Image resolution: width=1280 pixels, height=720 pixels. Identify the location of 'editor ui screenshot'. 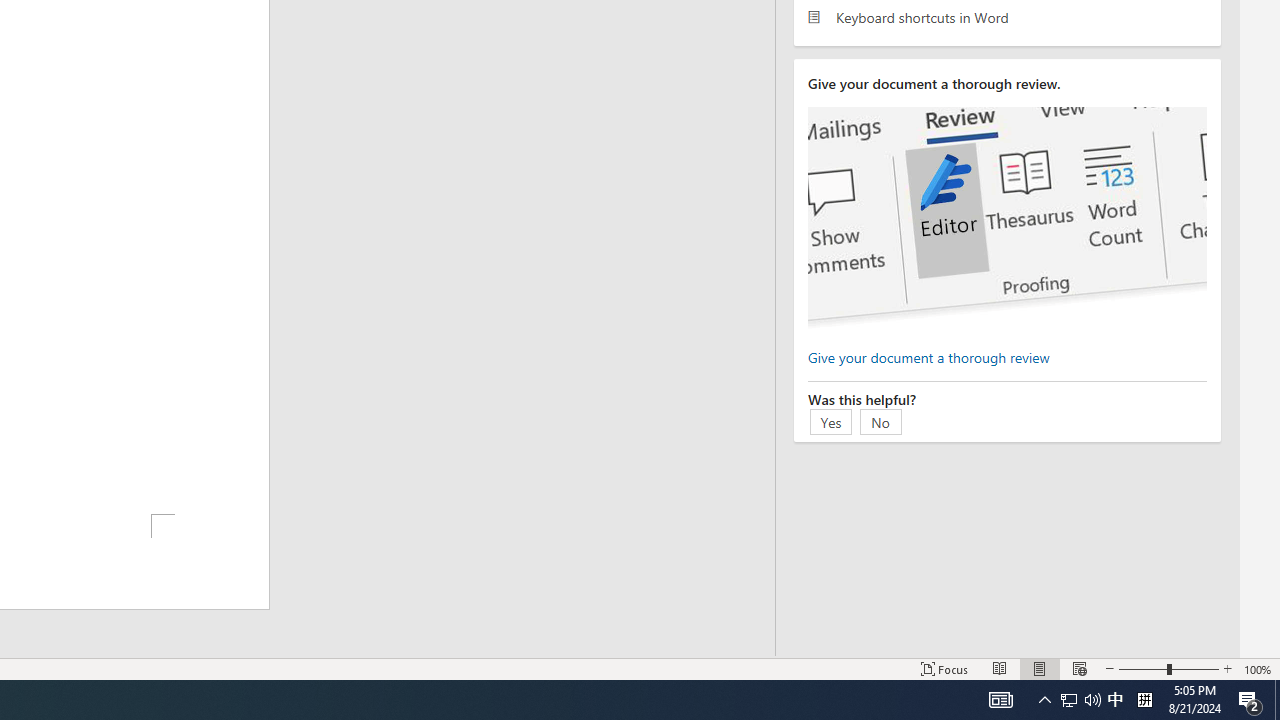
(1007, 218).